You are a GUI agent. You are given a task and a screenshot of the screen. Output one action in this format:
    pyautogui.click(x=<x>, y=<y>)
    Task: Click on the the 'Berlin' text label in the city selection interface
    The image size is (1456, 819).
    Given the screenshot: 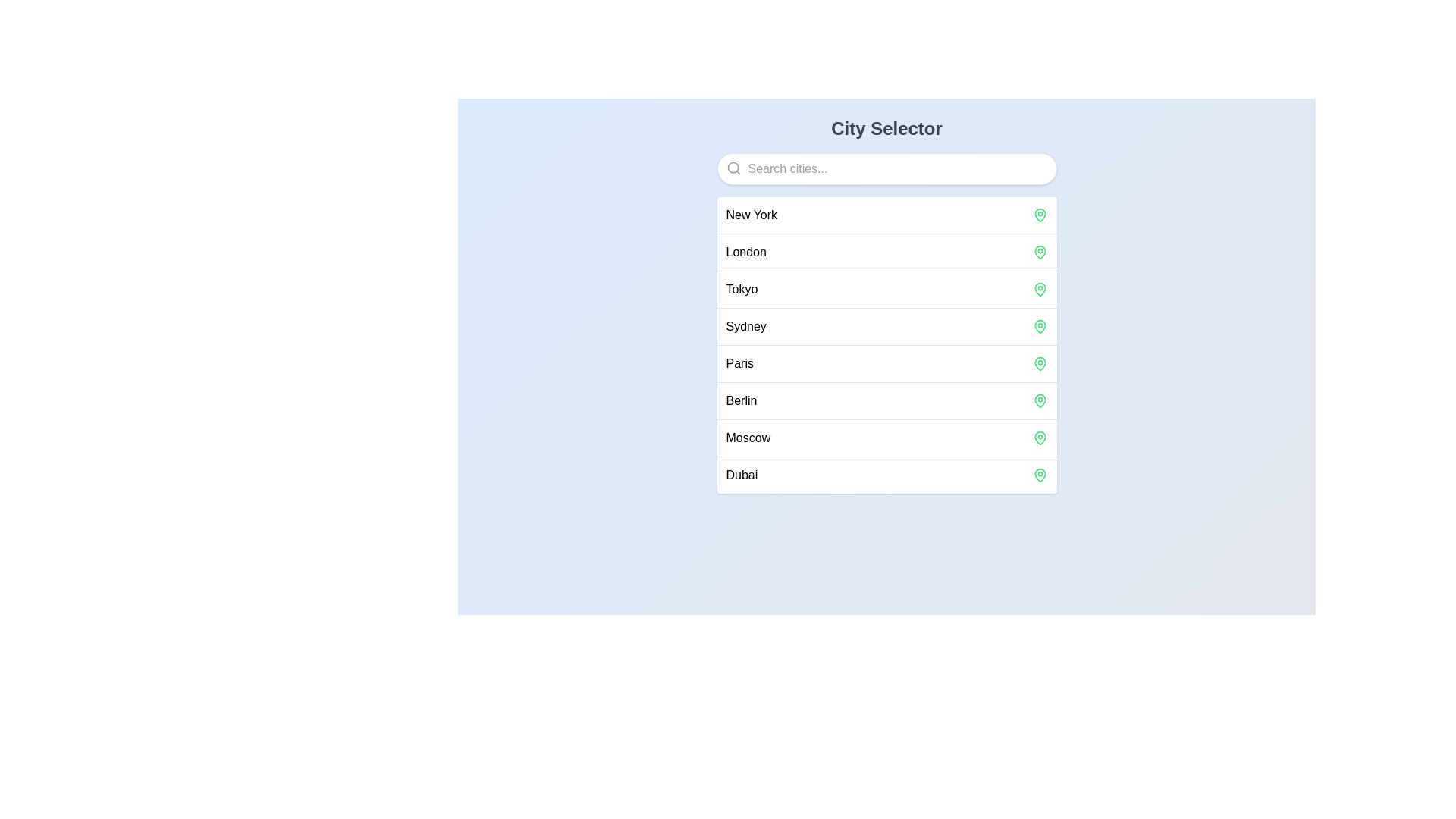 What is the action you would take?
    pyautogui.click(x=741, y=400)
    